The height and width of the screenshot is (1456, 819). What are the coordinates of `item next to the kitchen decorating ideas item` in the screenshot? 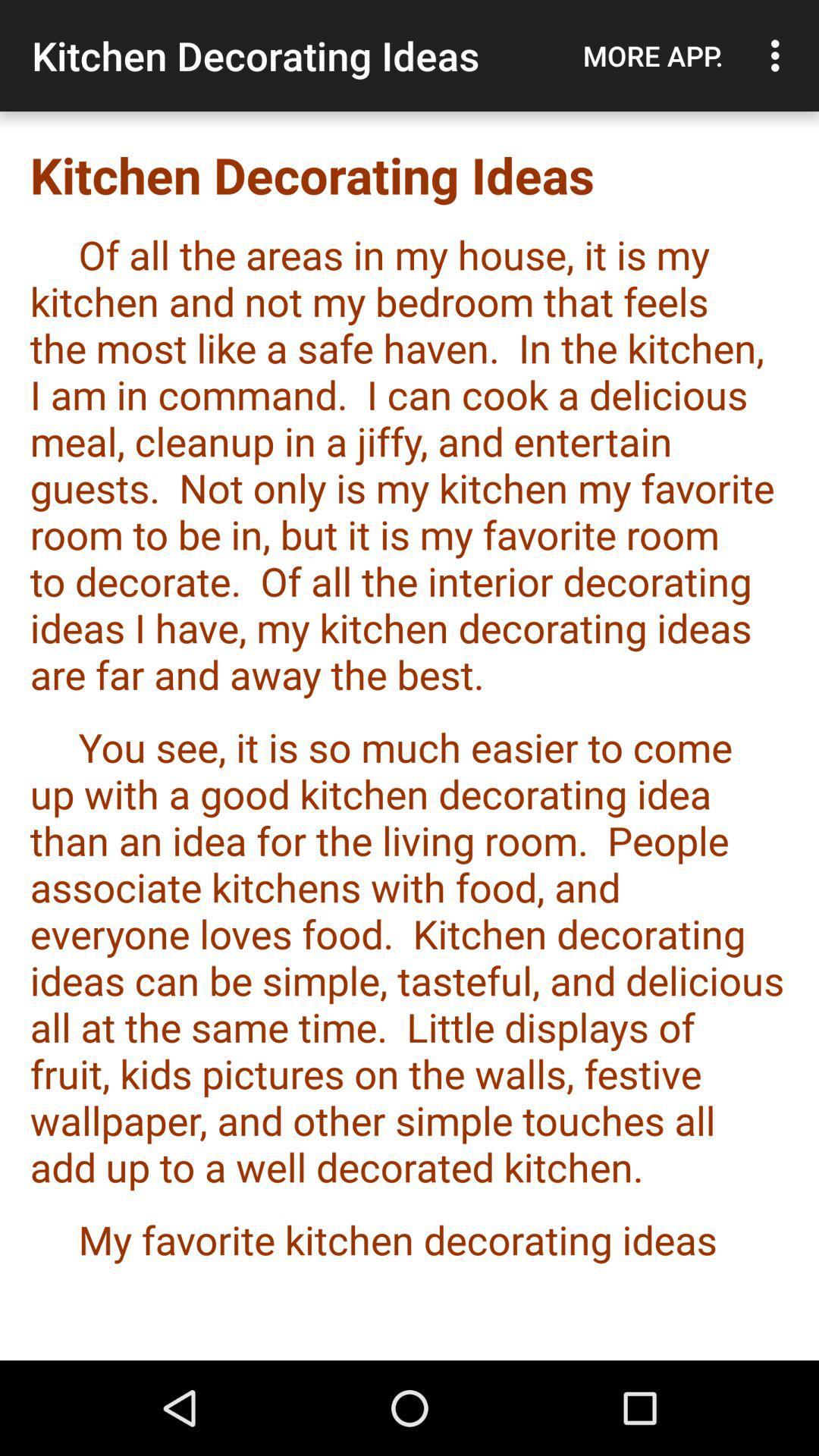 It's located at (652, 55).